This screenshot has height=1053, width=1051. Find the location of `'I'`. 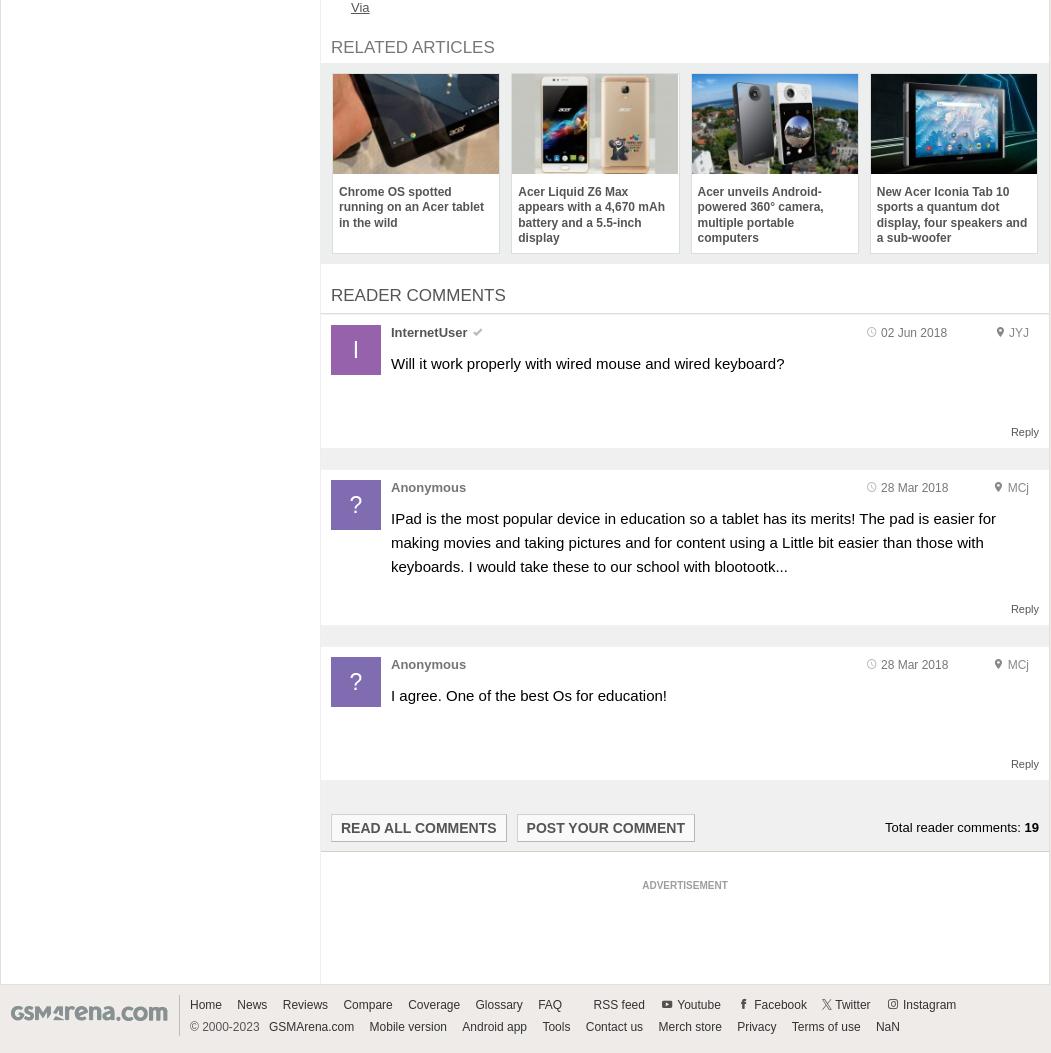

'I' is located at coordinates (355, 347).